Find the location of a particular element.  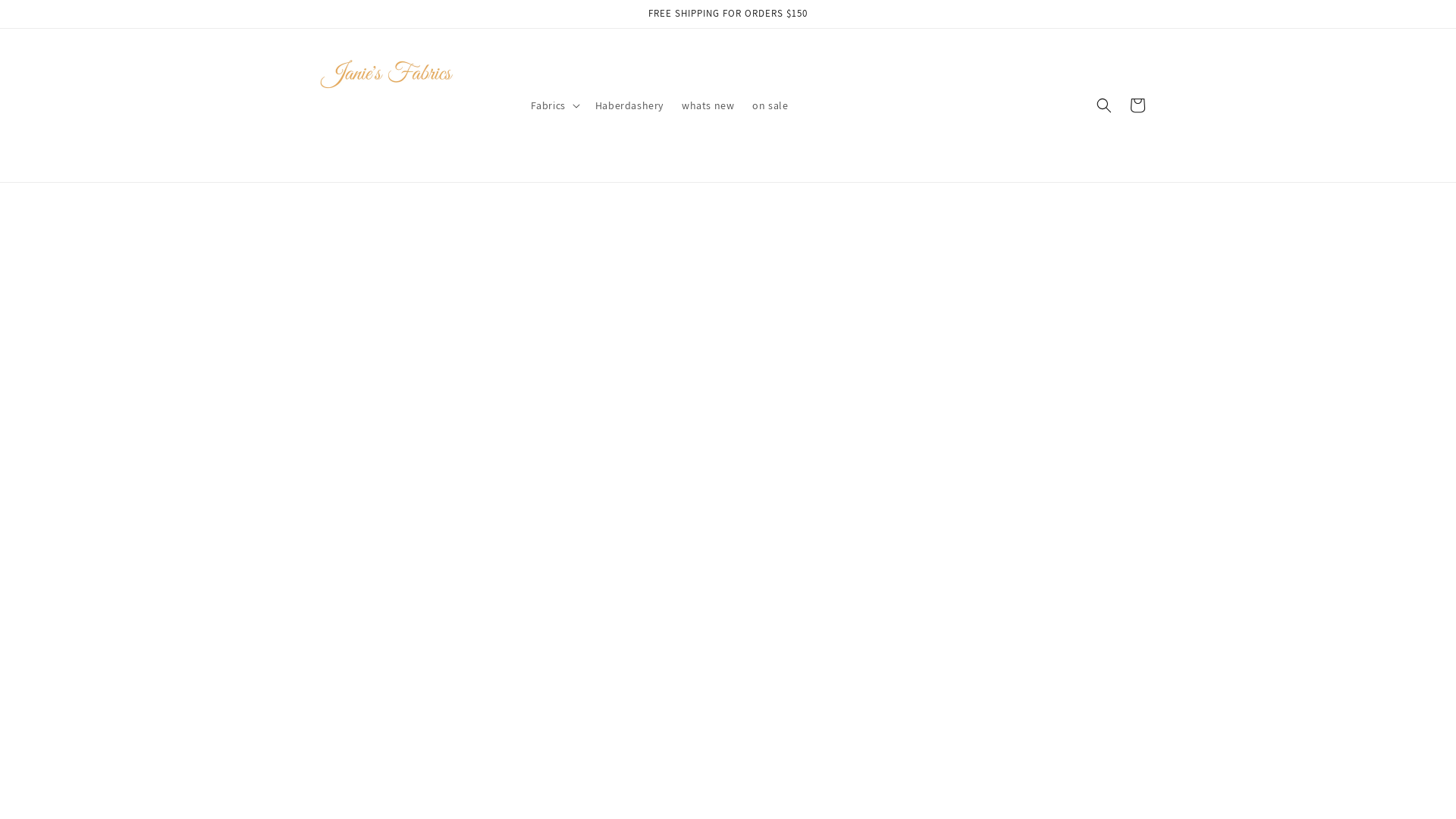

'Cart' is located at coordinates (1121, 104).